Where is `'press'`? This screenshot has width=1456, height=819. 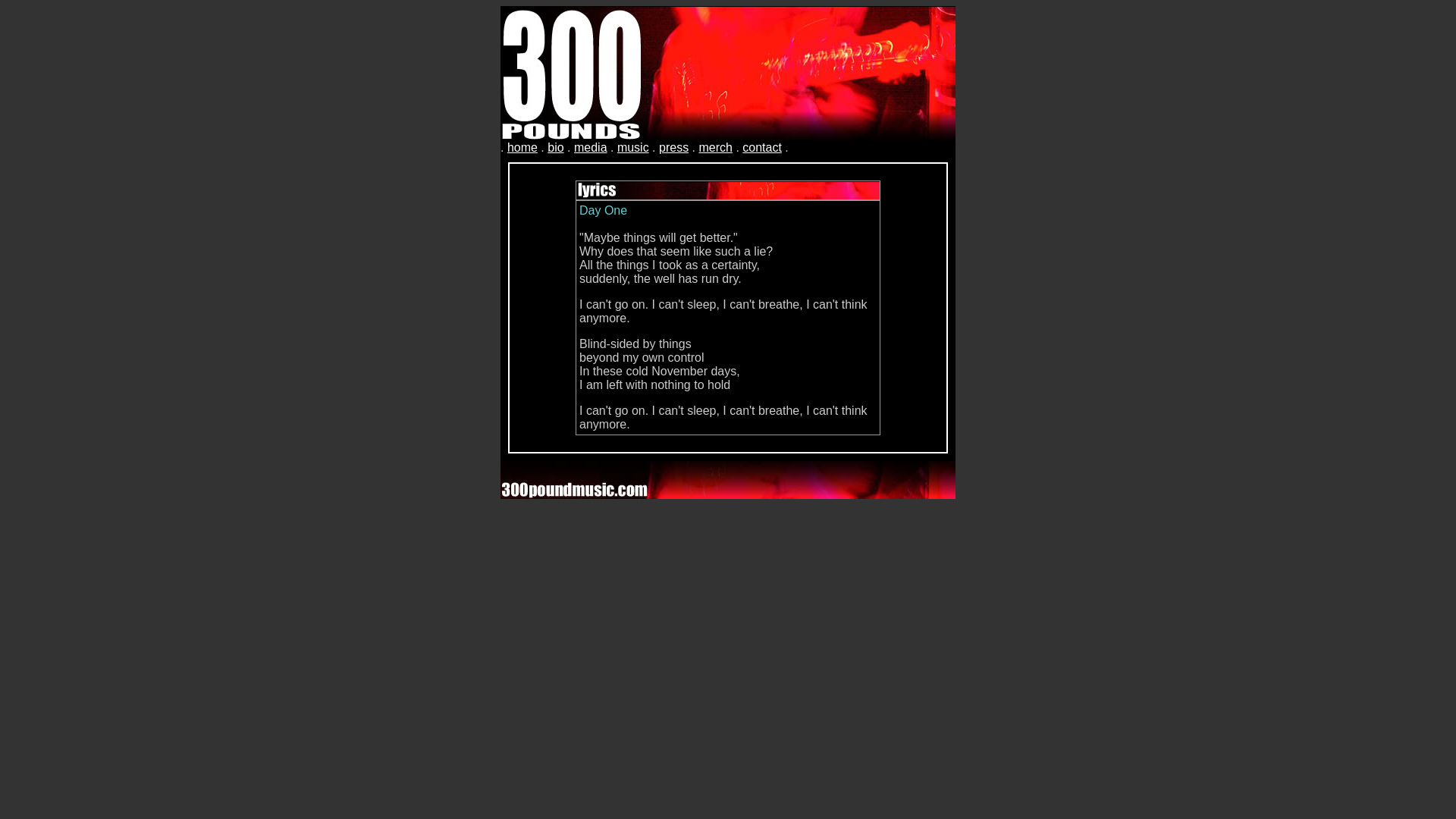 'press' is located at coordinates (658, 147).